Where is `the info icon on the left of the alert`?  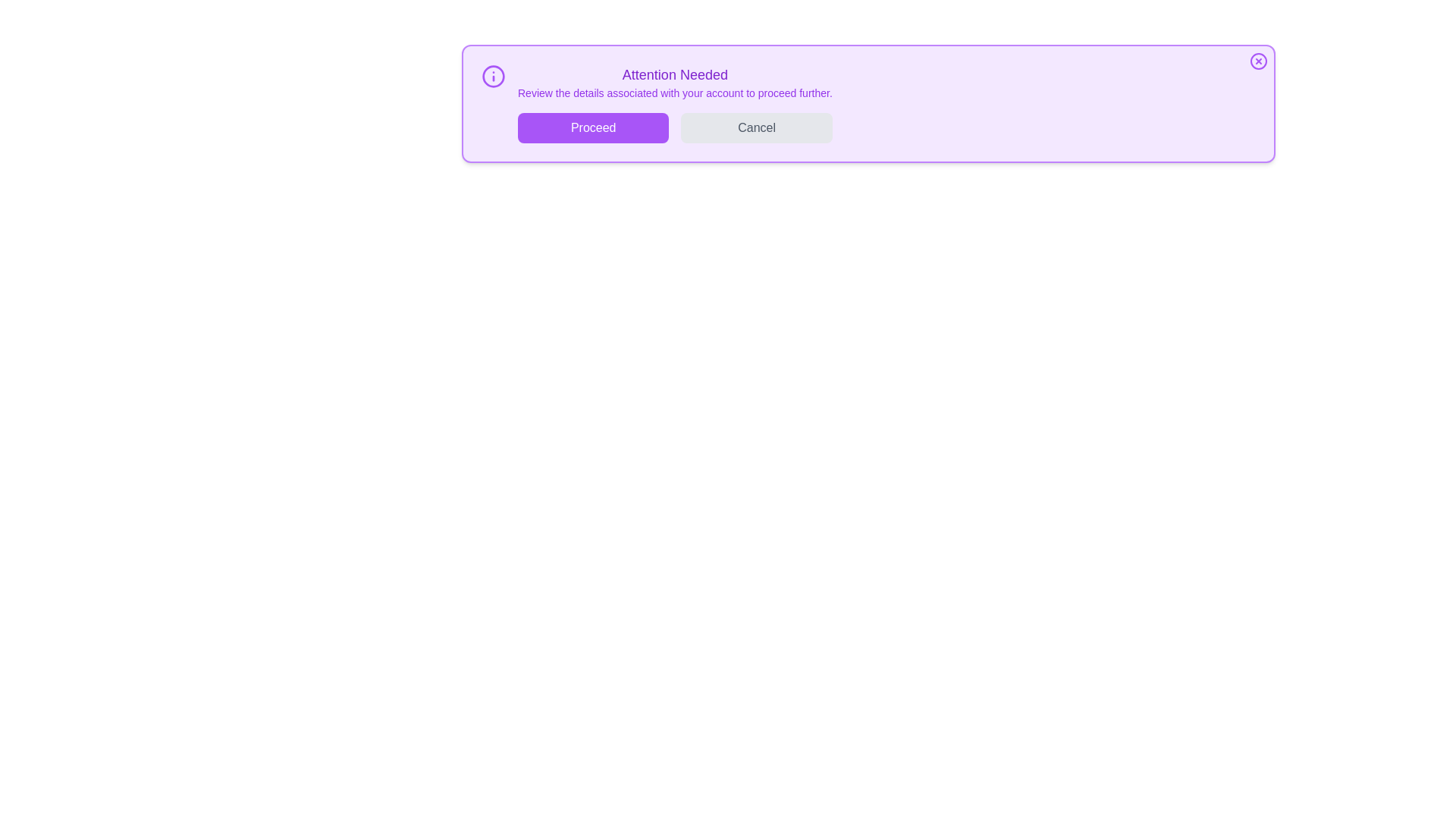 the info icon on the left of the alert is located at coordinates (494, 76).